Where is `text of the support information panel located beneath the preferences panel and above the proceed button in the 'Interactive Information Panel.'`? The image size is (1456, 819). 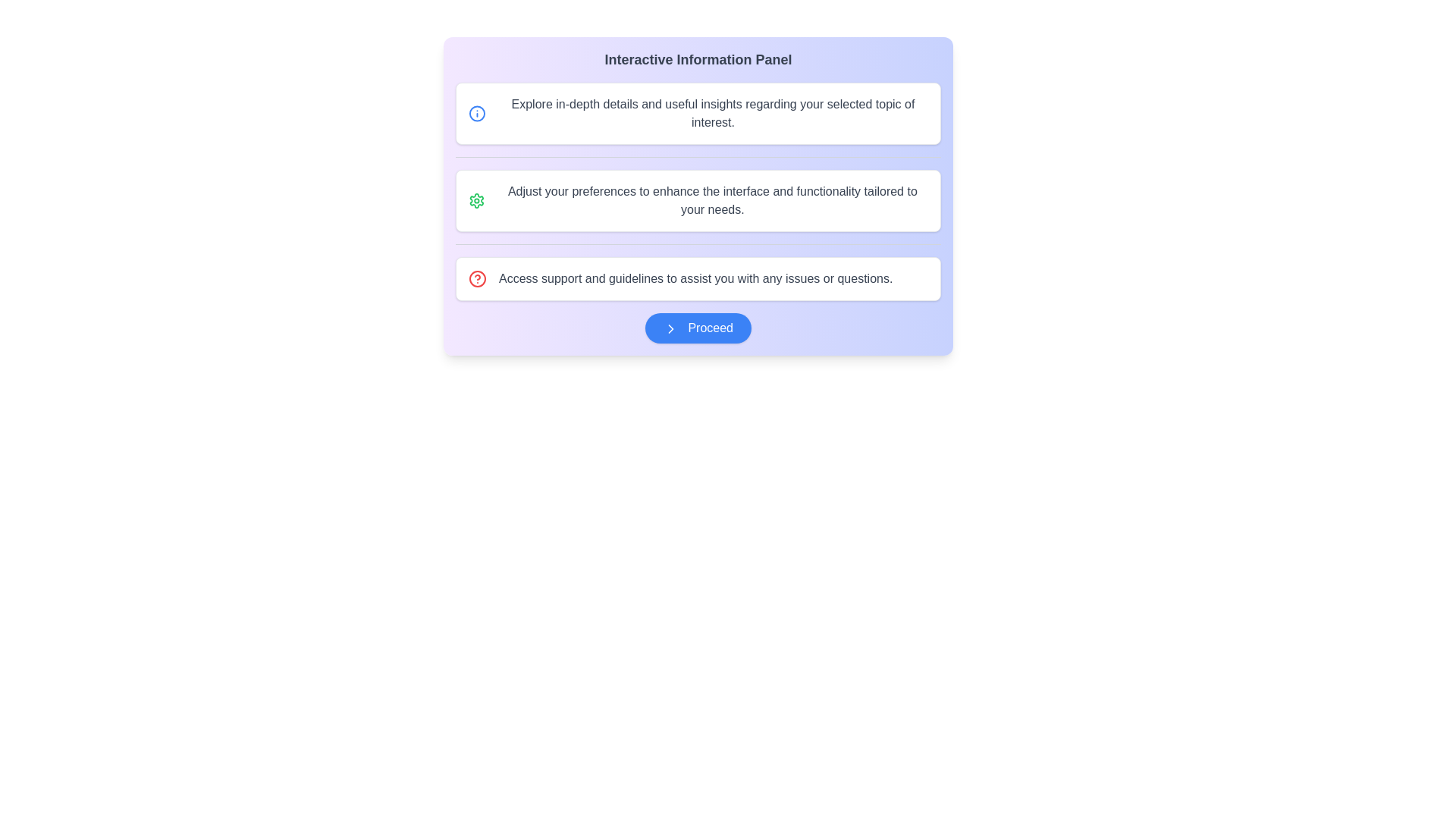 text of the support information panel located beneath the preferences panel and above the proceed button in the 'Interactive Information Panel.' is located at coordinates (698, 278).